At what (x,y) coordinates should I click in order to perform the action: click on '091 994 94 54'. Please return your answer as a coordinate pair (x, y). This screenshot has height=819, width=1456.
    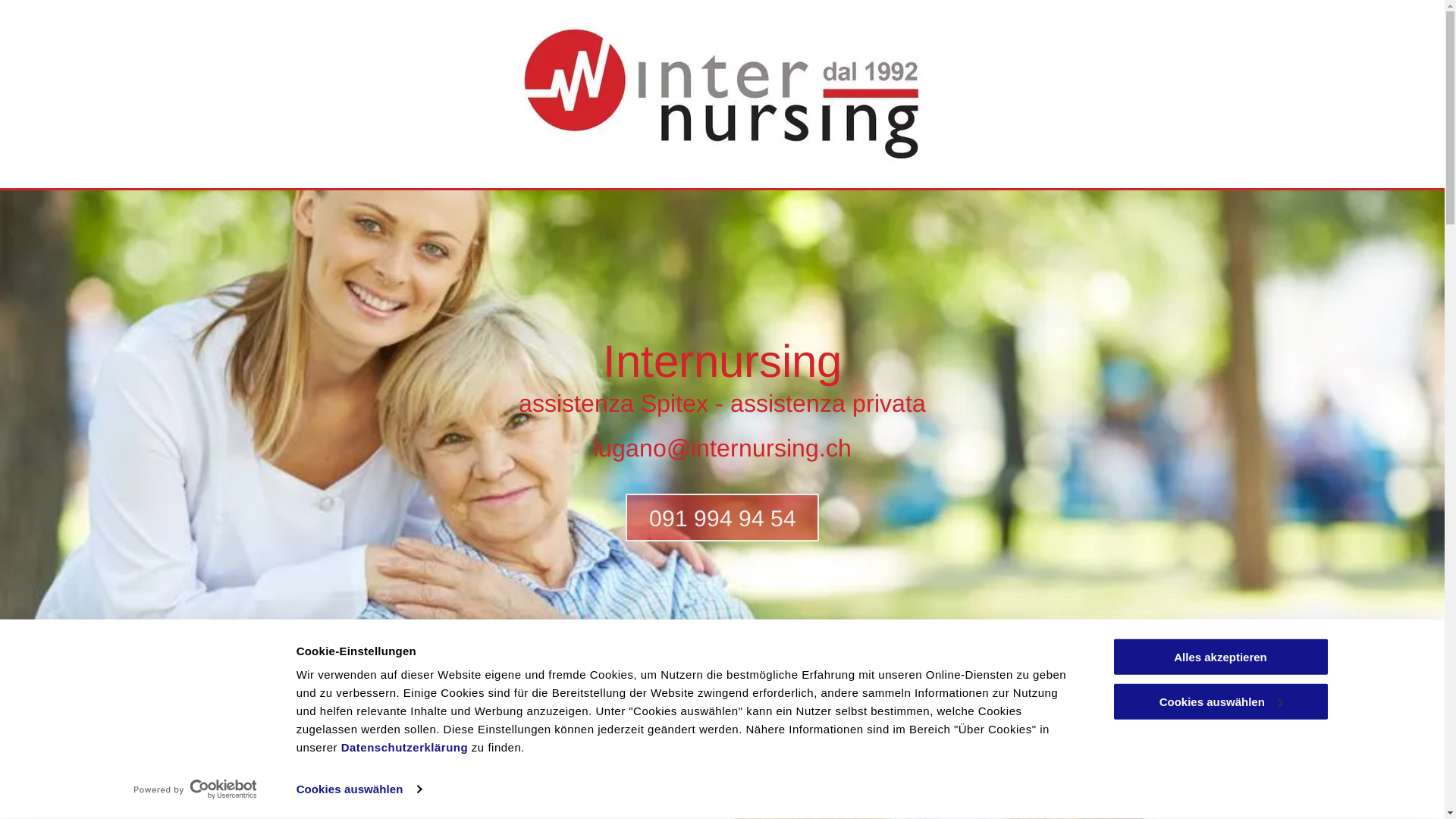
    Looking at the image, I should click on (721, 516).